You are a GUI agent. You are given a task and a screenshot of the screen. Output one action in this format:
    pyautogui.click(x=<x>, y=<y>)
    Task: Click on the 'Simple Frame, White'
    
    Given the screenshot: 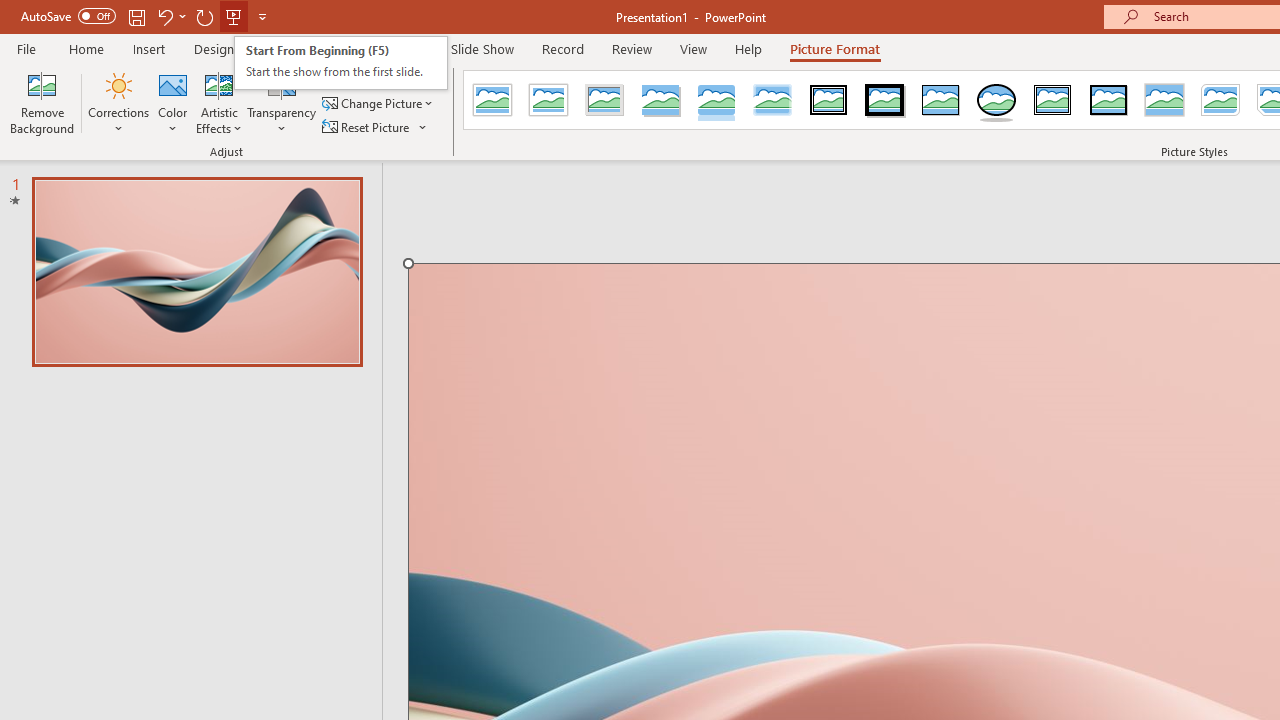 What is the action you would take?
    pyautogui.click(x=492, y=100)
    